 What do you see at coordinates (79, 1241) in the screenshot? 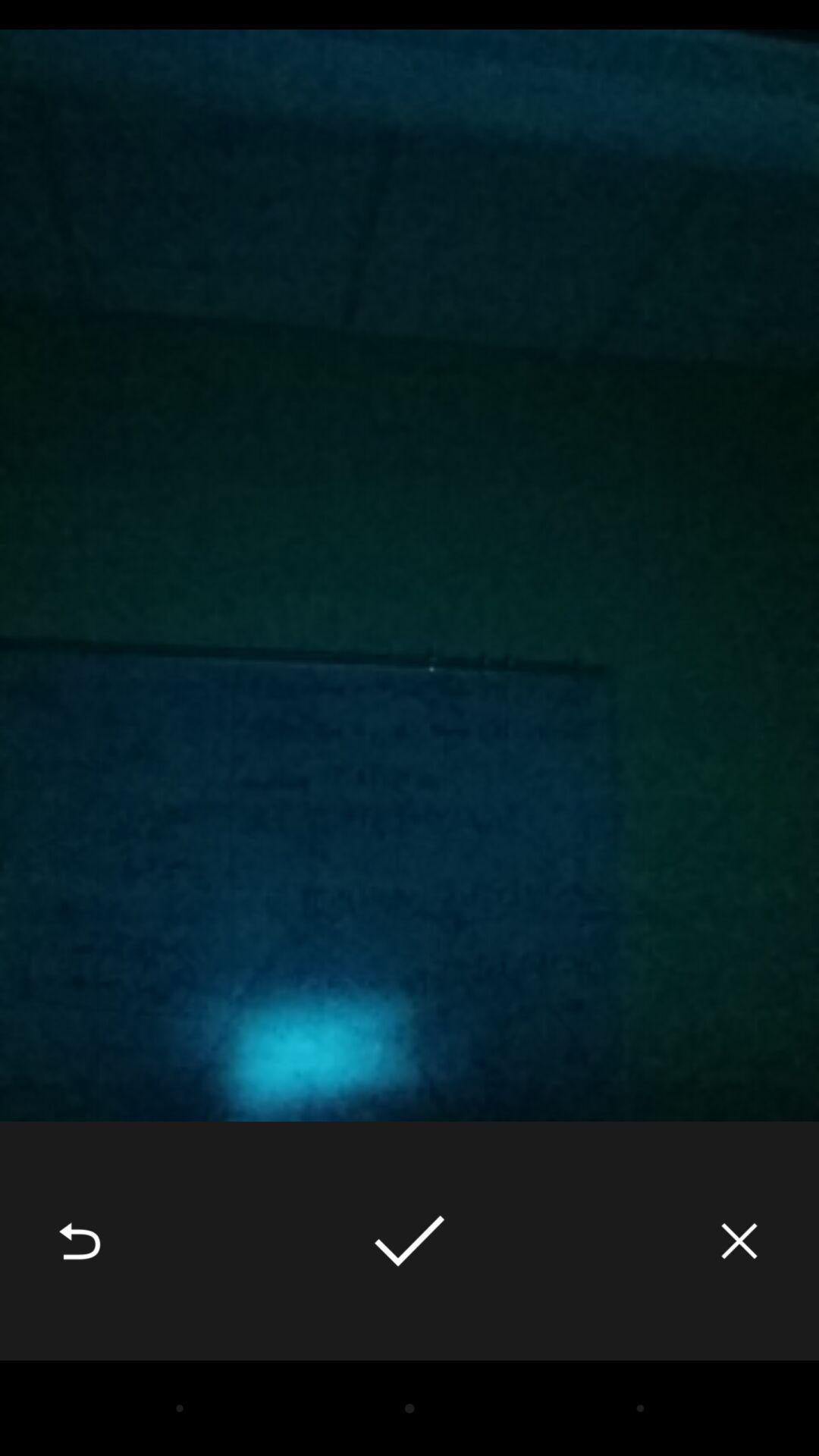
I see `the icon at the bottom left corner` at bounding box center [79, 1241].